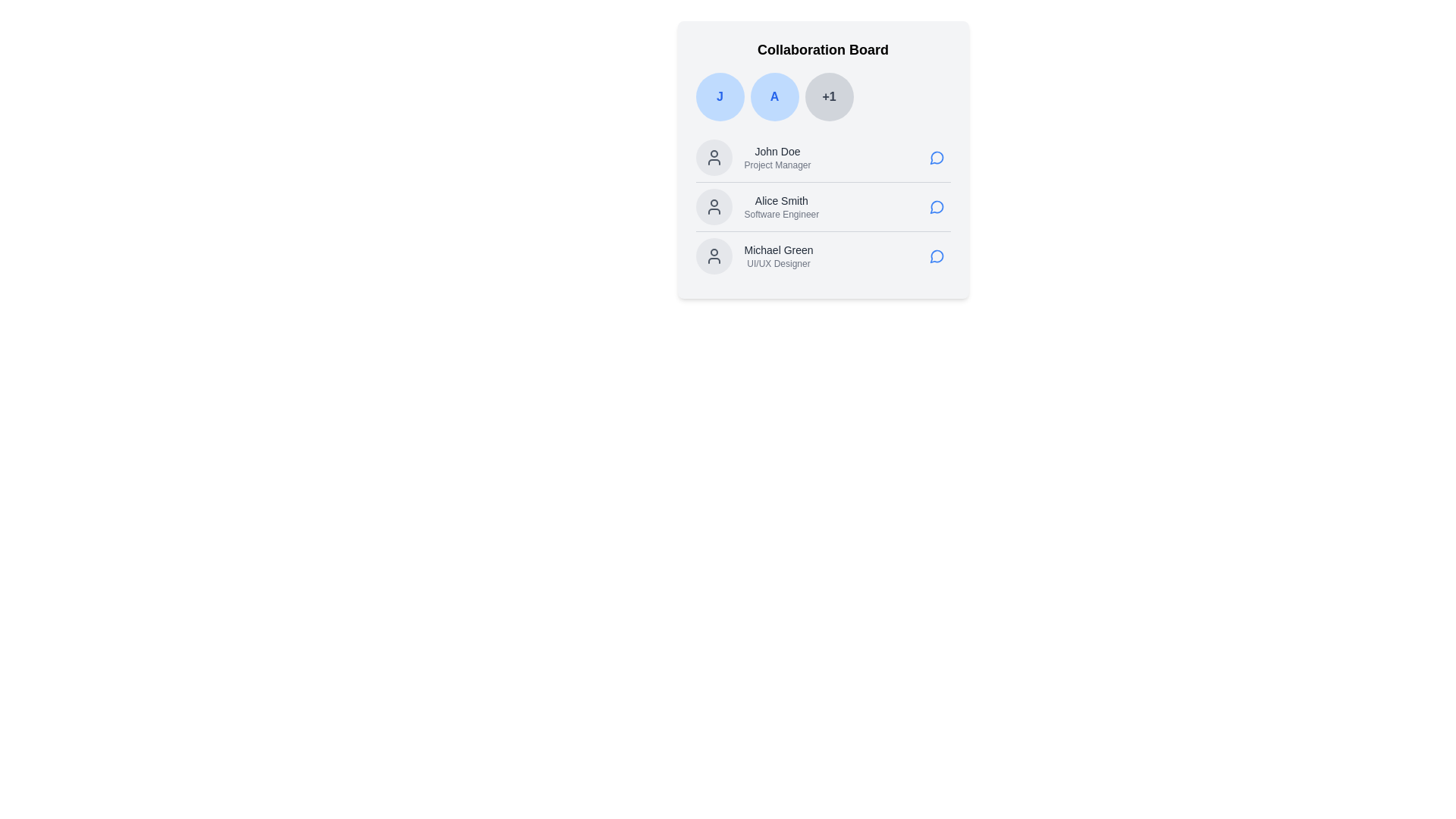  I want to click on the message icon located to the right of 'John Doe' on the Collaboration Board, so click(936, 158).